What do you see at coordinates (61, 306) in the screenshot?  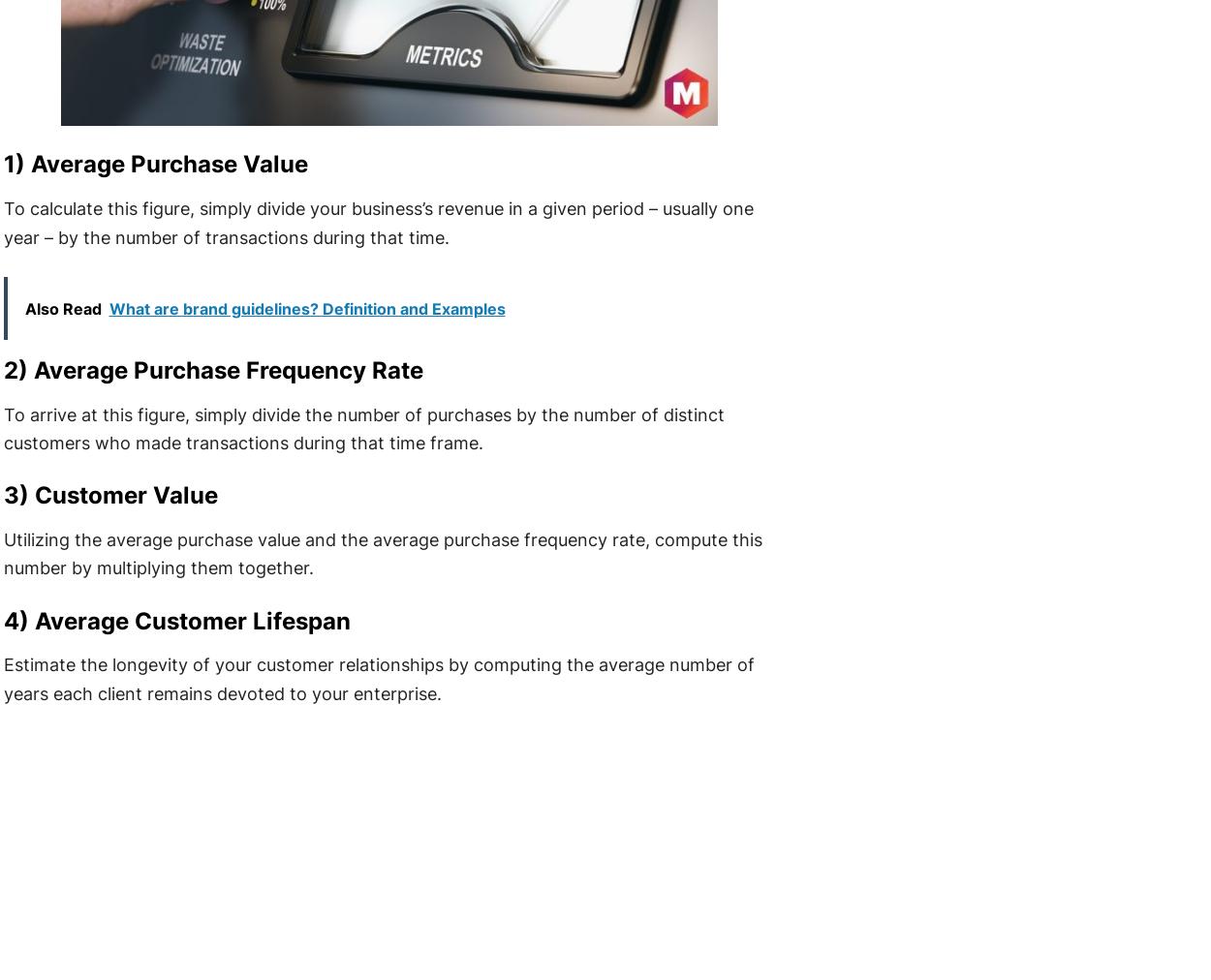 I see `'Also Read'` at bounding box center [61, 306].